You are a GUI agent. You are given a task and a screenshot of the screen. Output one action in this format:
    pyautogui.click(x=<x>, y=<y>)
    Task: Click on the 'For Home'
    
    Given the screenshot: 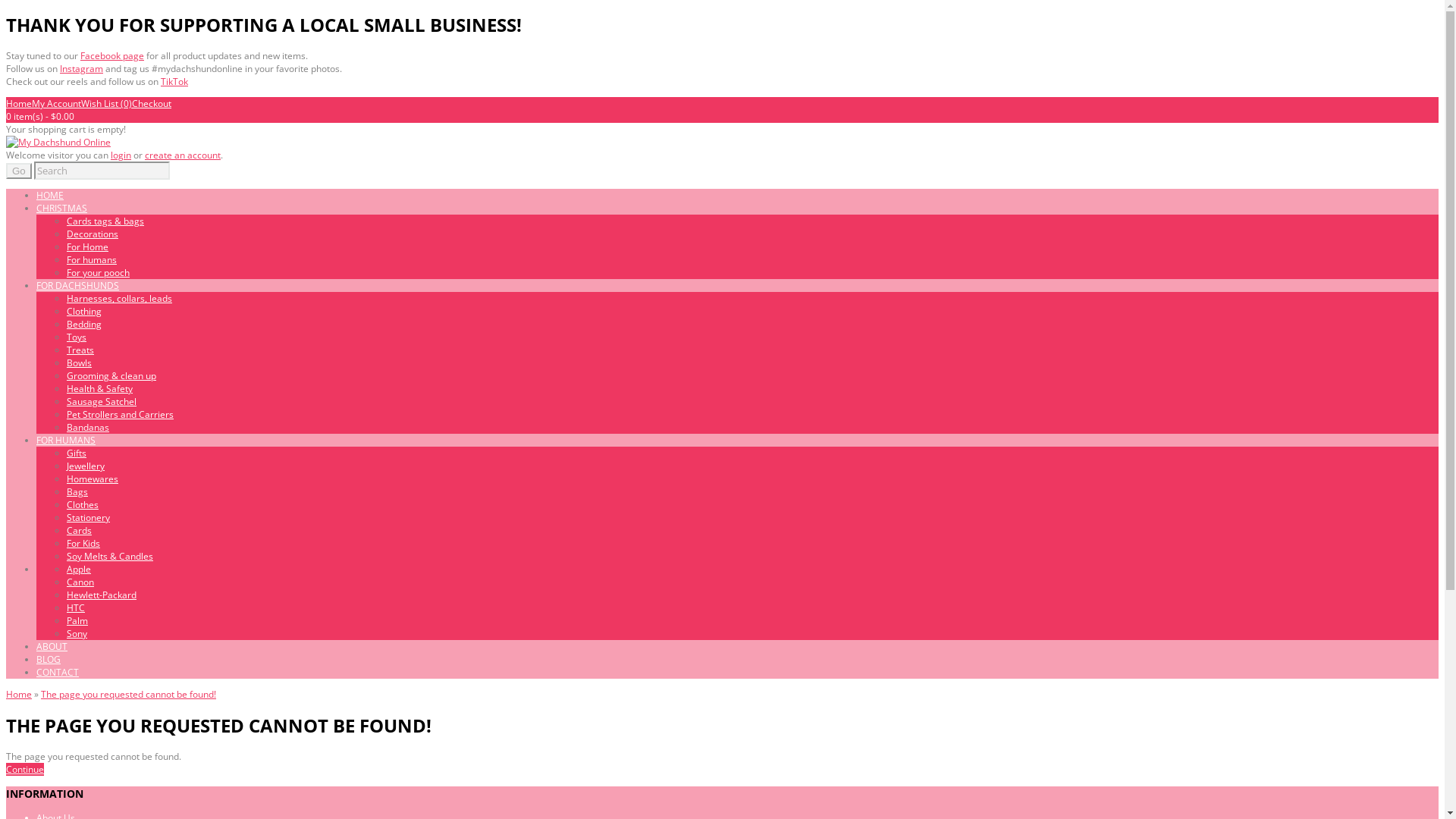 What is the action you would take?
    pyautogui.click(x=65, y=246)
    